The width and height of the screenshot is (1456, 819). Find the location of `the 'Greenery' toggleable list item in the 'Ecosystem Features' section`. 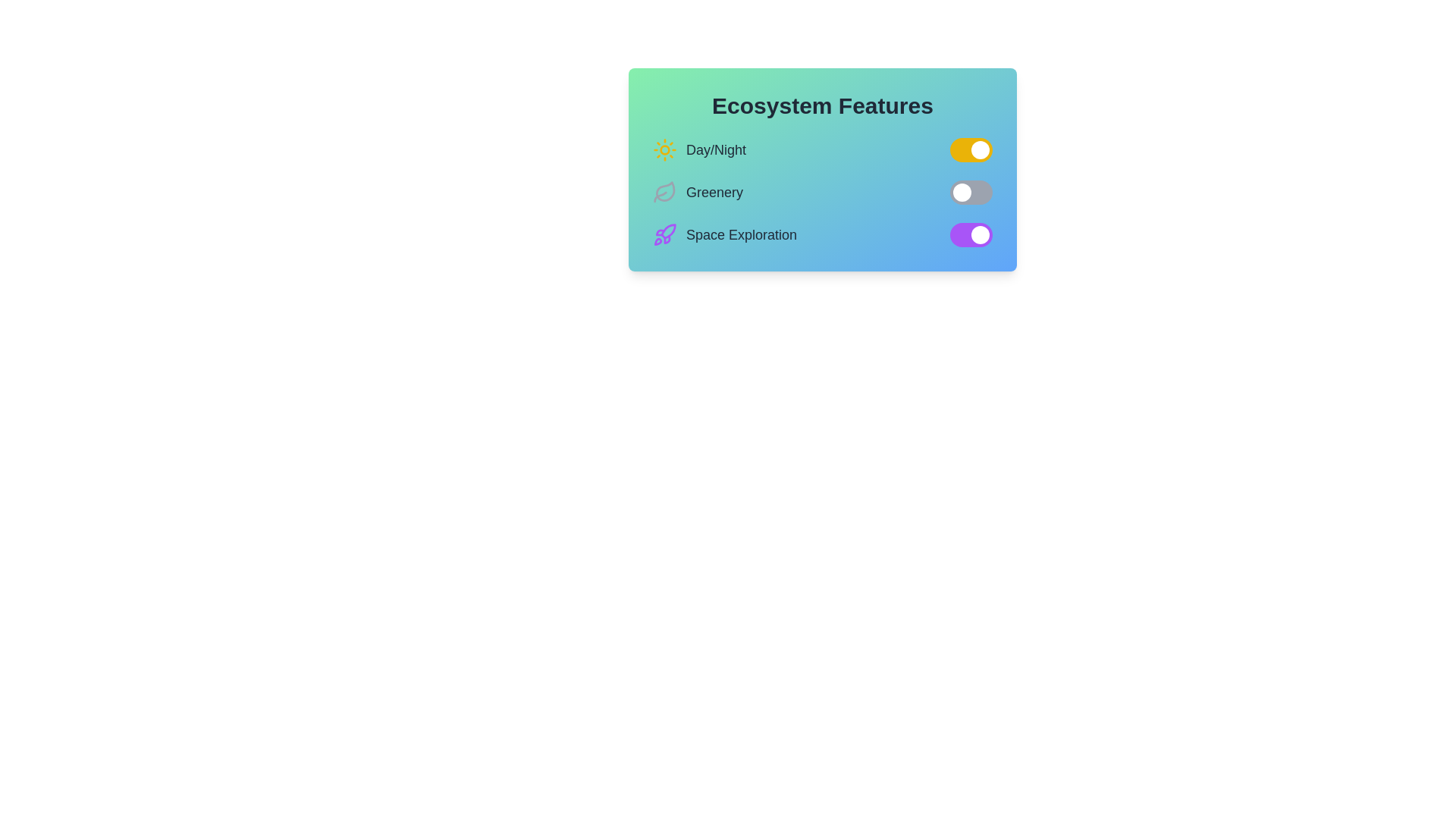

the 'Greenery' toggleable list item in the 'Ecosystem Features' section is located at coordinates (821, 192).